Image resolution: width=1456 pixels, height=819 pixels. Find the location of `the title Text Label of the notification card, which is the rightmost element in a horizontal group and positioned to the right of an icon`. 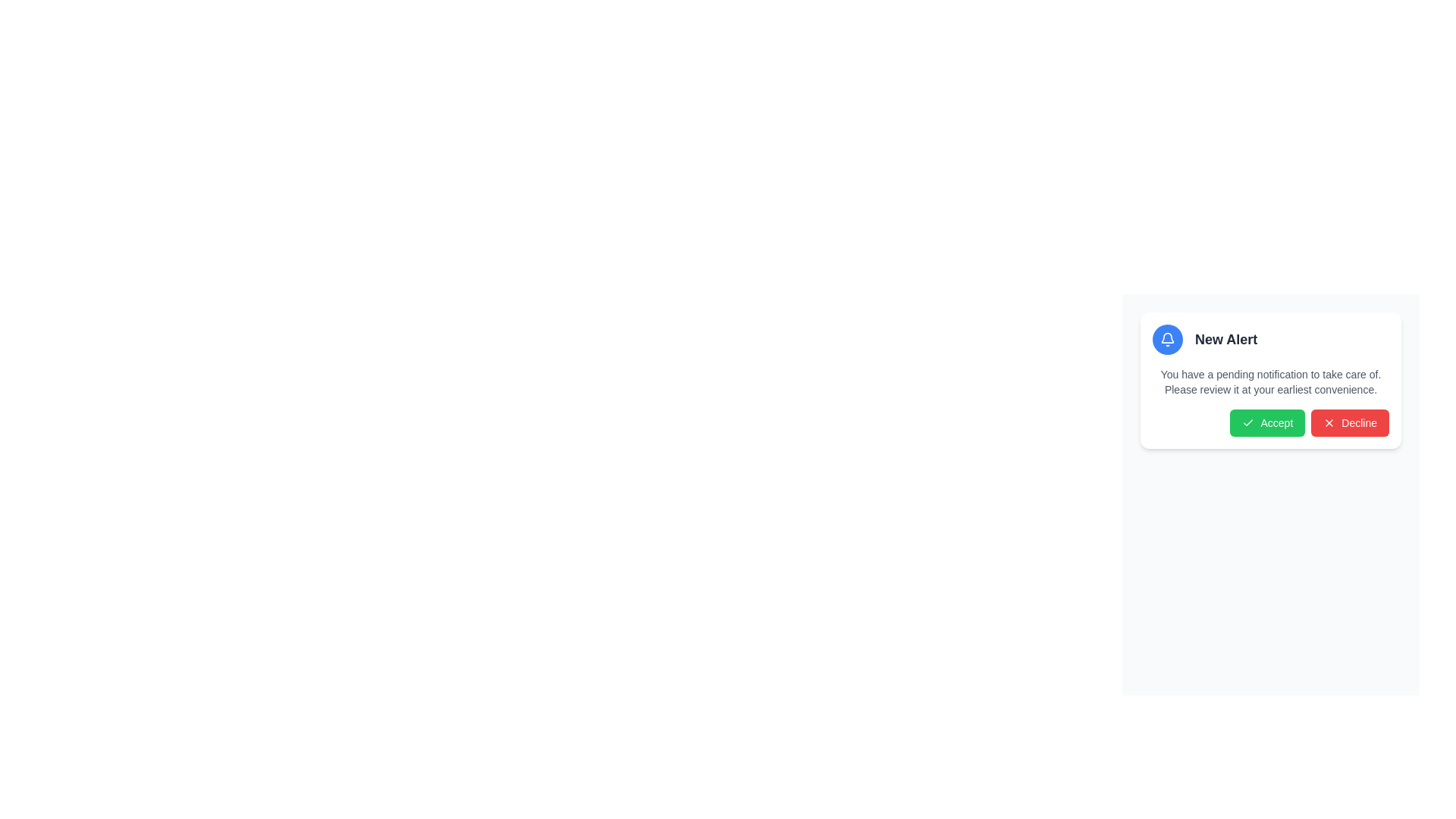

the title Text Label of the notification card, which is the rightmost element in a horizontal group and positioned to the right of an icon is located at coordinates (1226, 338).